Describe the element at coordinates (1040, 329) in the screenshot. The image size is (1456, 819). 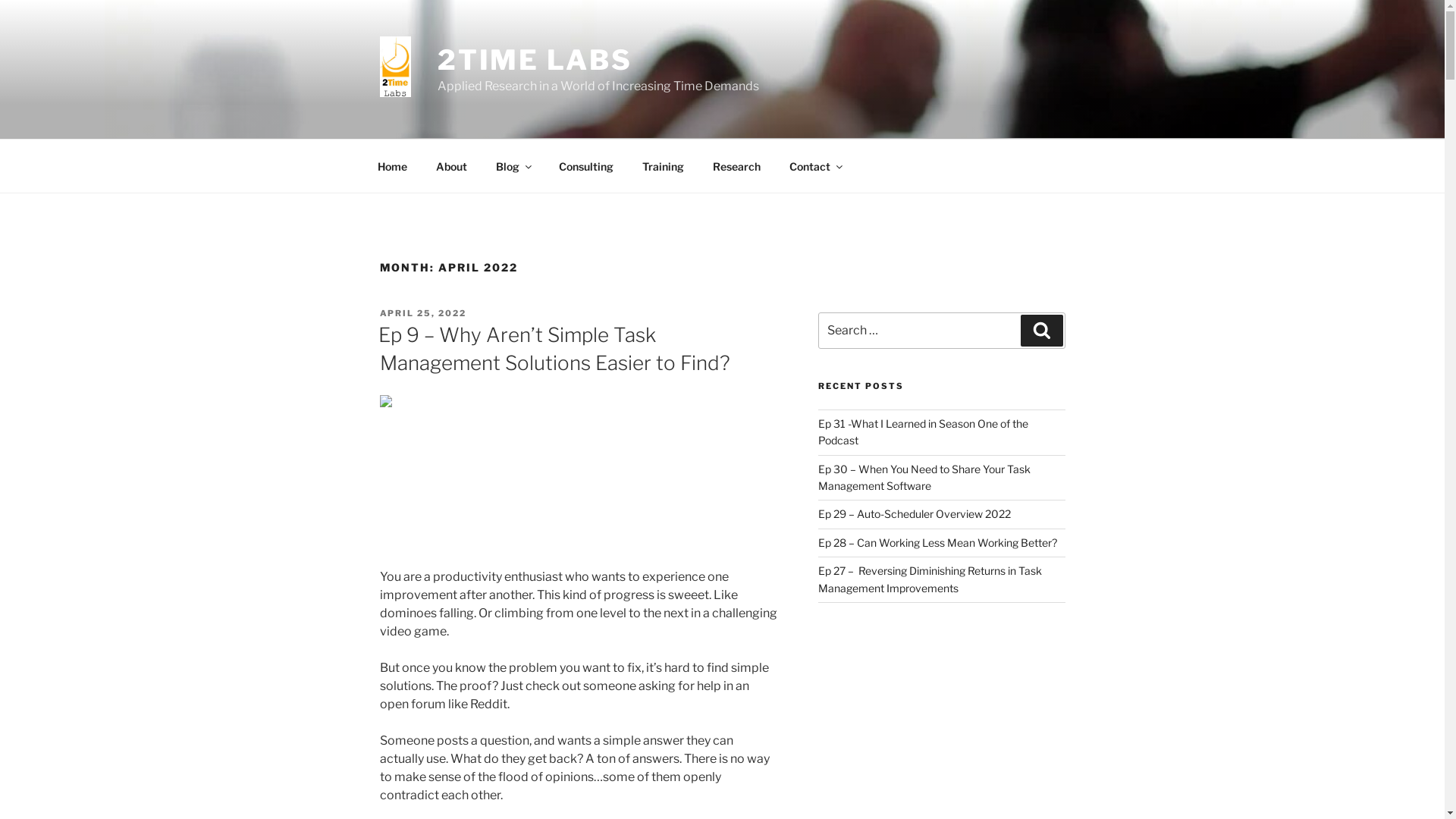
I see `'Search'` at that location.